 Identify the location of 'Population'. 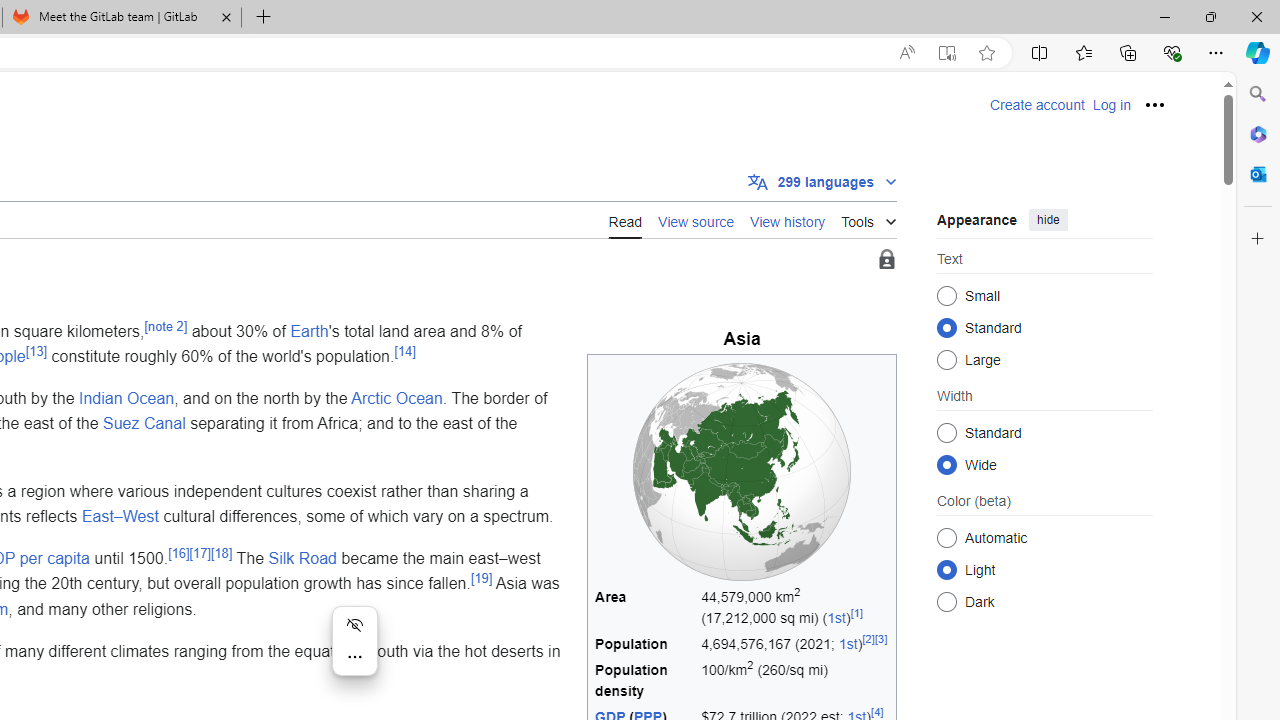
(645, 644).